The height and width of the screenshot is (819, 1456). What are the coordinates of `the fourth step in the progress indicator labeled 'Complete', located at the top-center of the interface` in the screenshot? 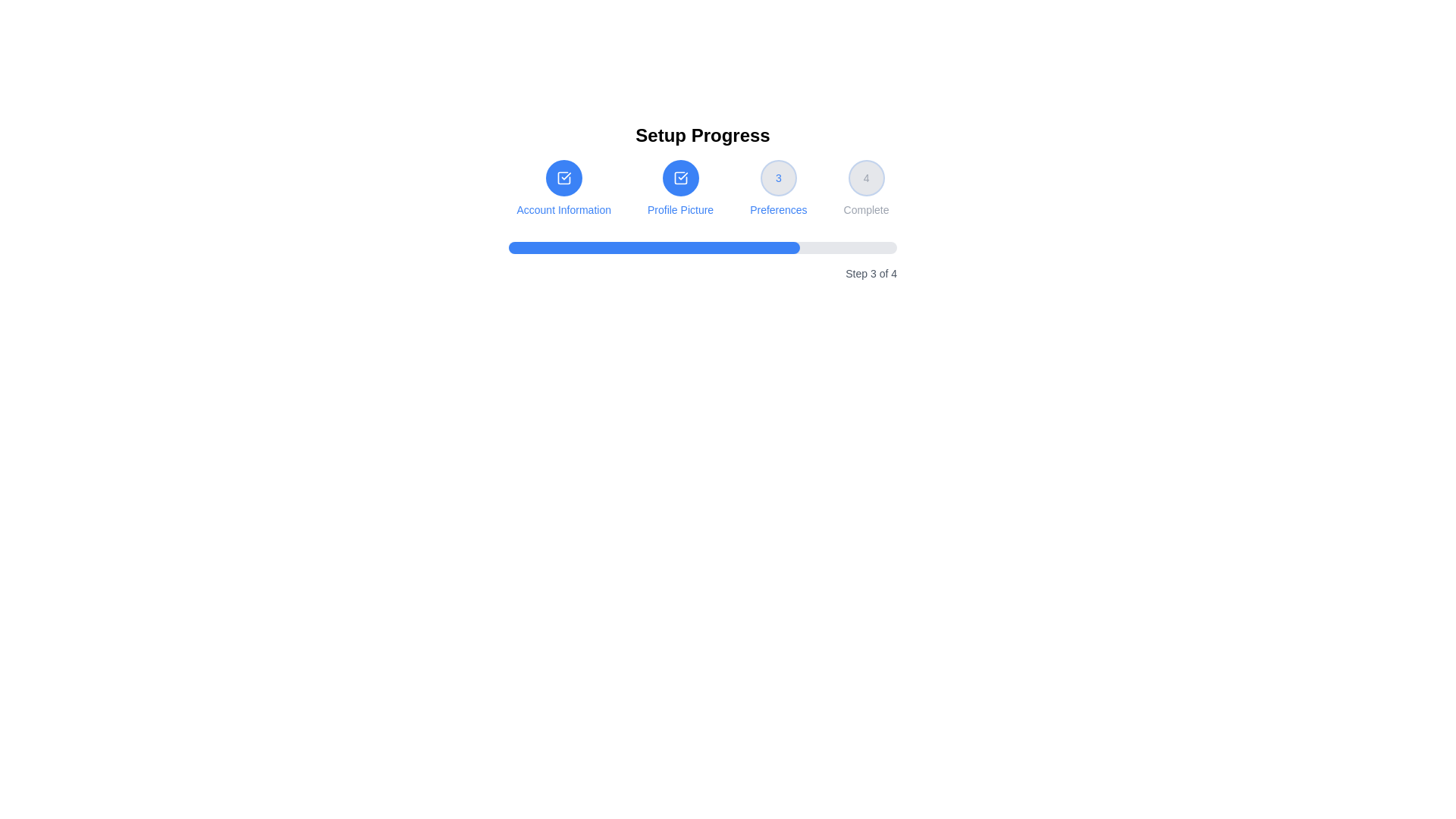 It's located at (866, 177).